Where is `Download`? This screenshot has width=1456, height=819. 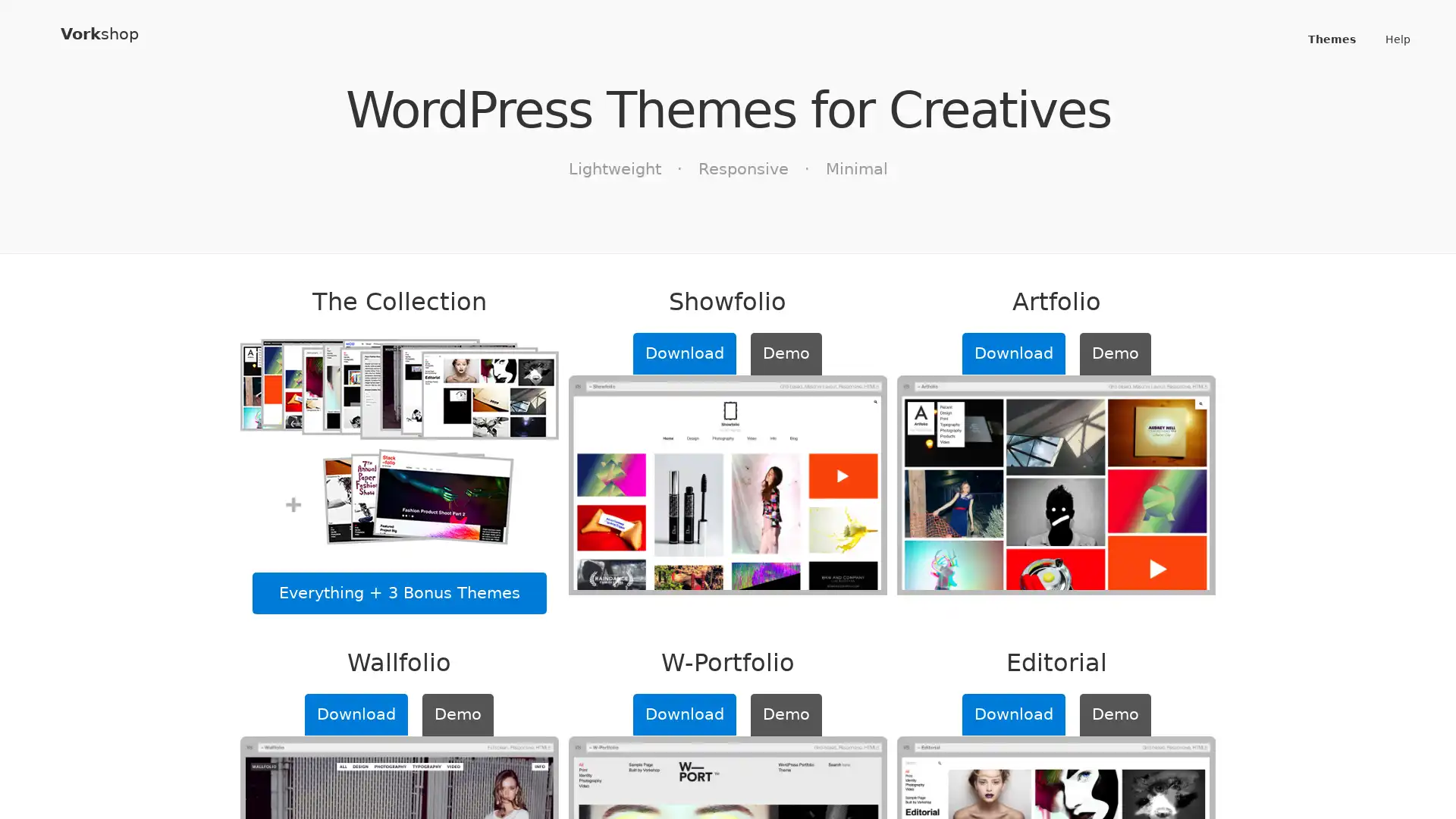 Download is located at coordinates (683, 353).